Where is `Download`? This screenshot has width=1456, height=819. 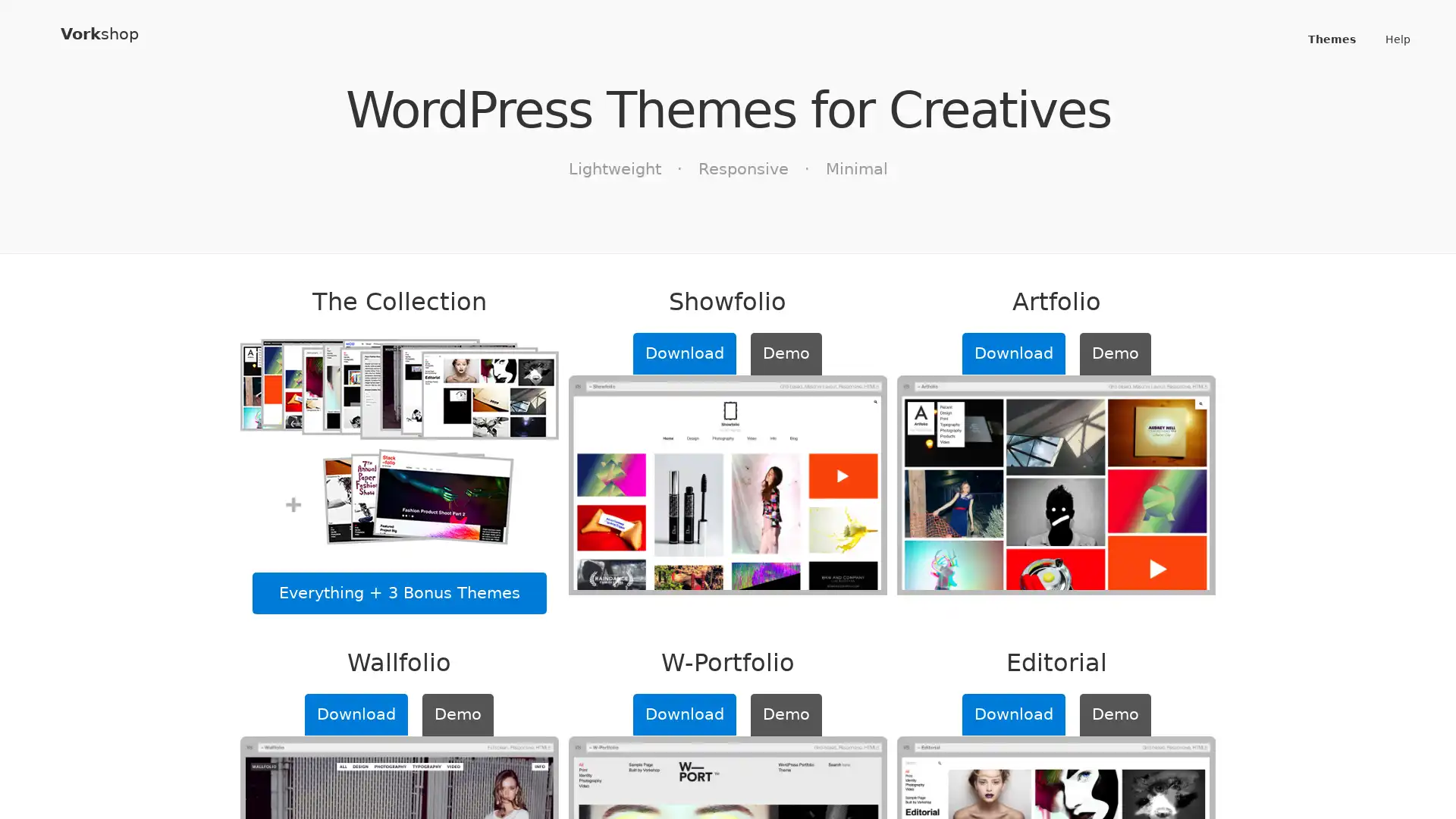 Download is located at coordinates (683, 353).